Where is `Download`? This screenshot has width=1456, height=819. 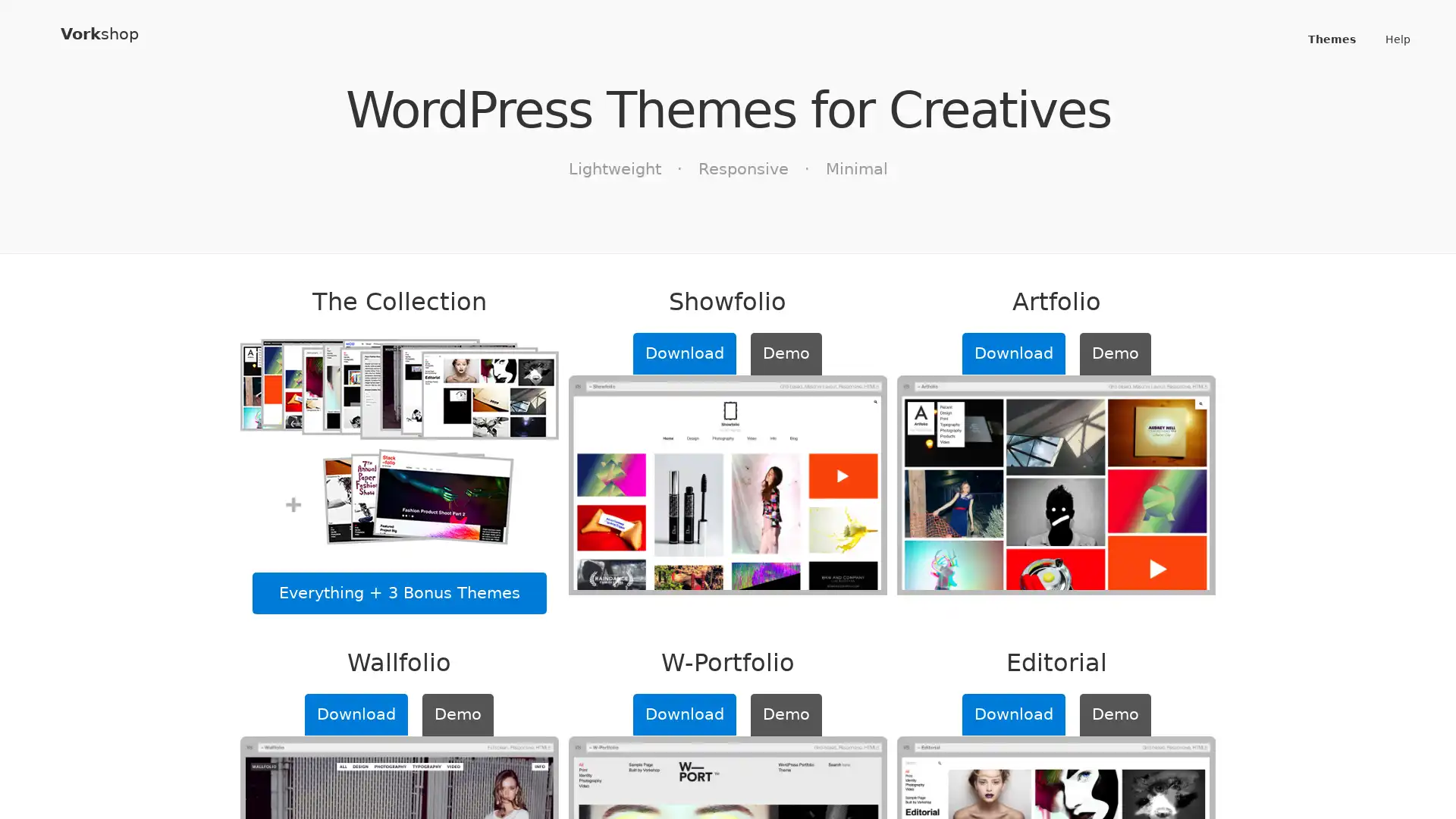 Download is located at coordinates (683, 353).